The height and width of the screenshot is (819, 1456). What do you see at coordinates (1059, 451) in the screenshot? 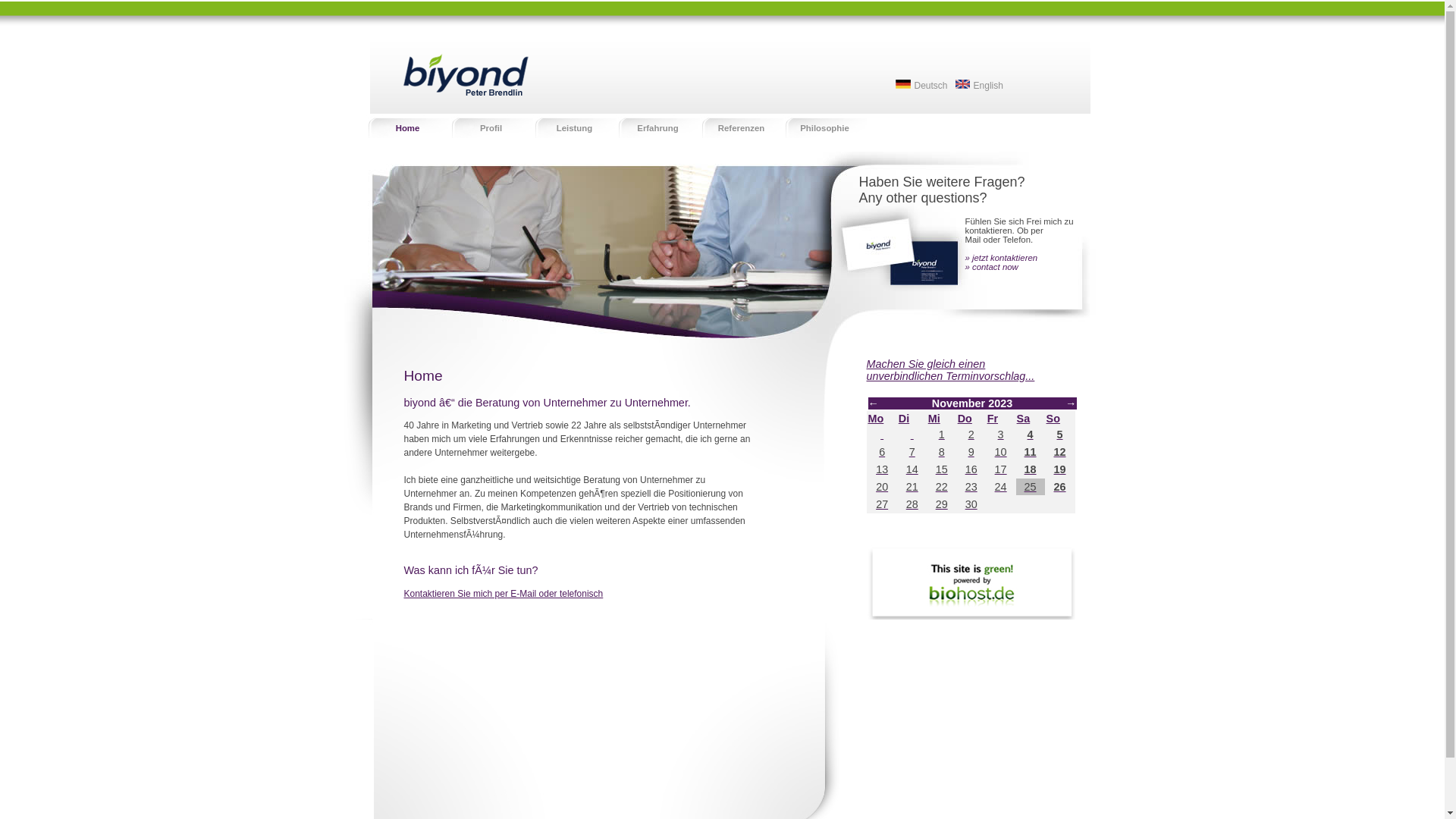
I see `'12'` at bounding box center [1059, 451].